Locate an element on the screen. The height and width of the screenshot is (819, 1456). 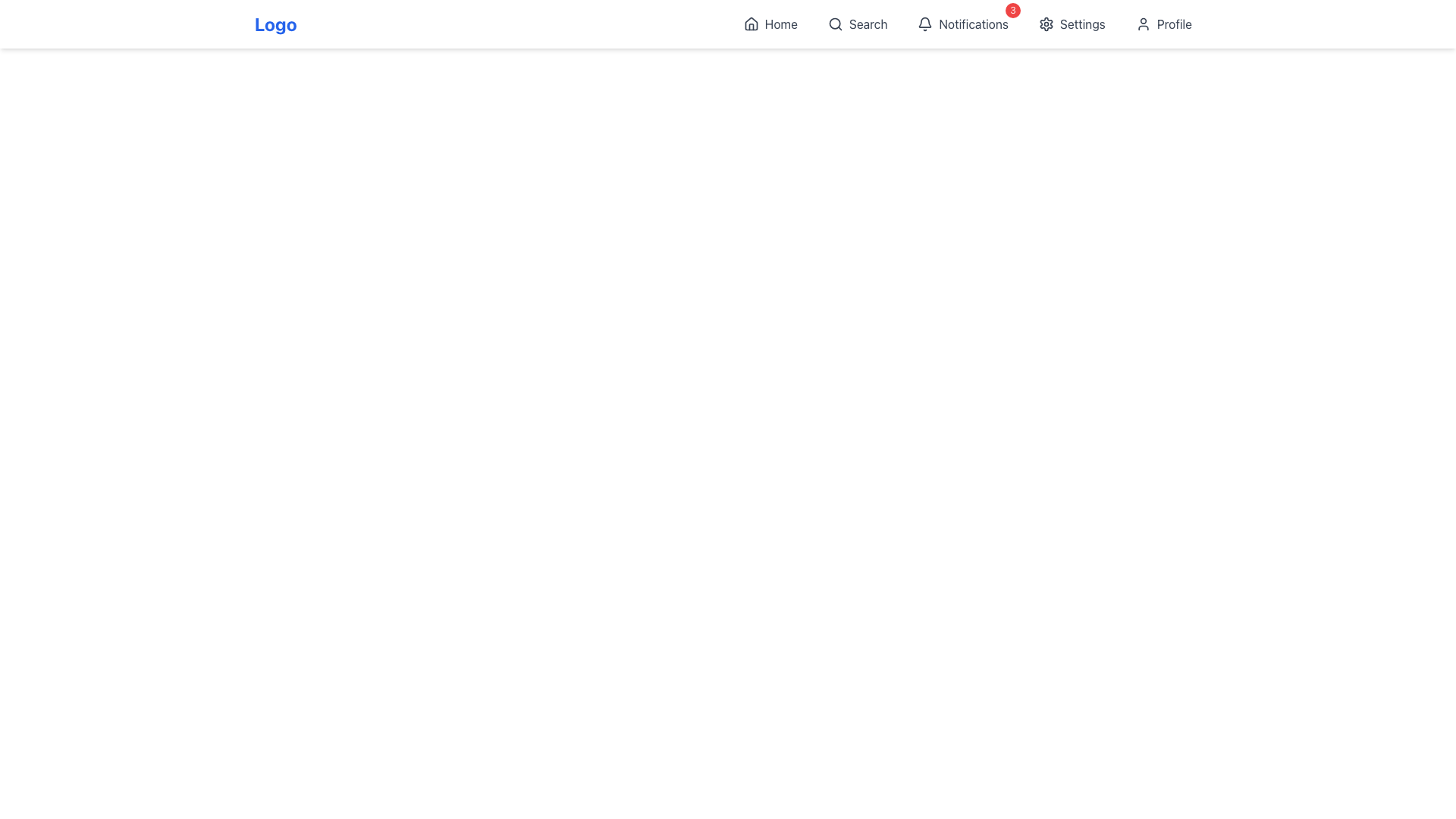
the house icon located in the navigation bar next to the 'Home' text is located at coordinates (751, 24).